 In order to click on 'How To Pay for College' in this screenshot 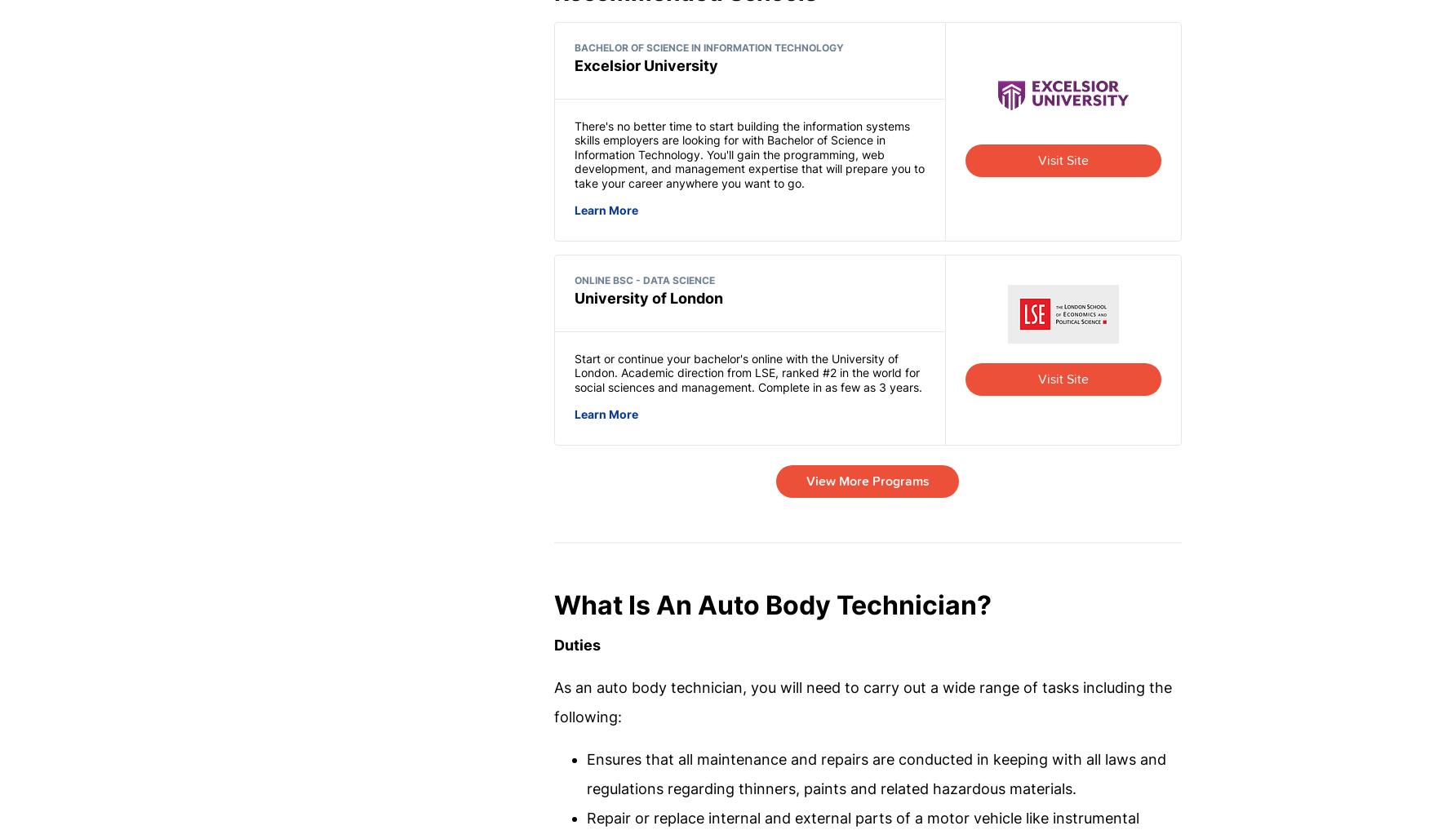, I will do `click(738, 748)`.